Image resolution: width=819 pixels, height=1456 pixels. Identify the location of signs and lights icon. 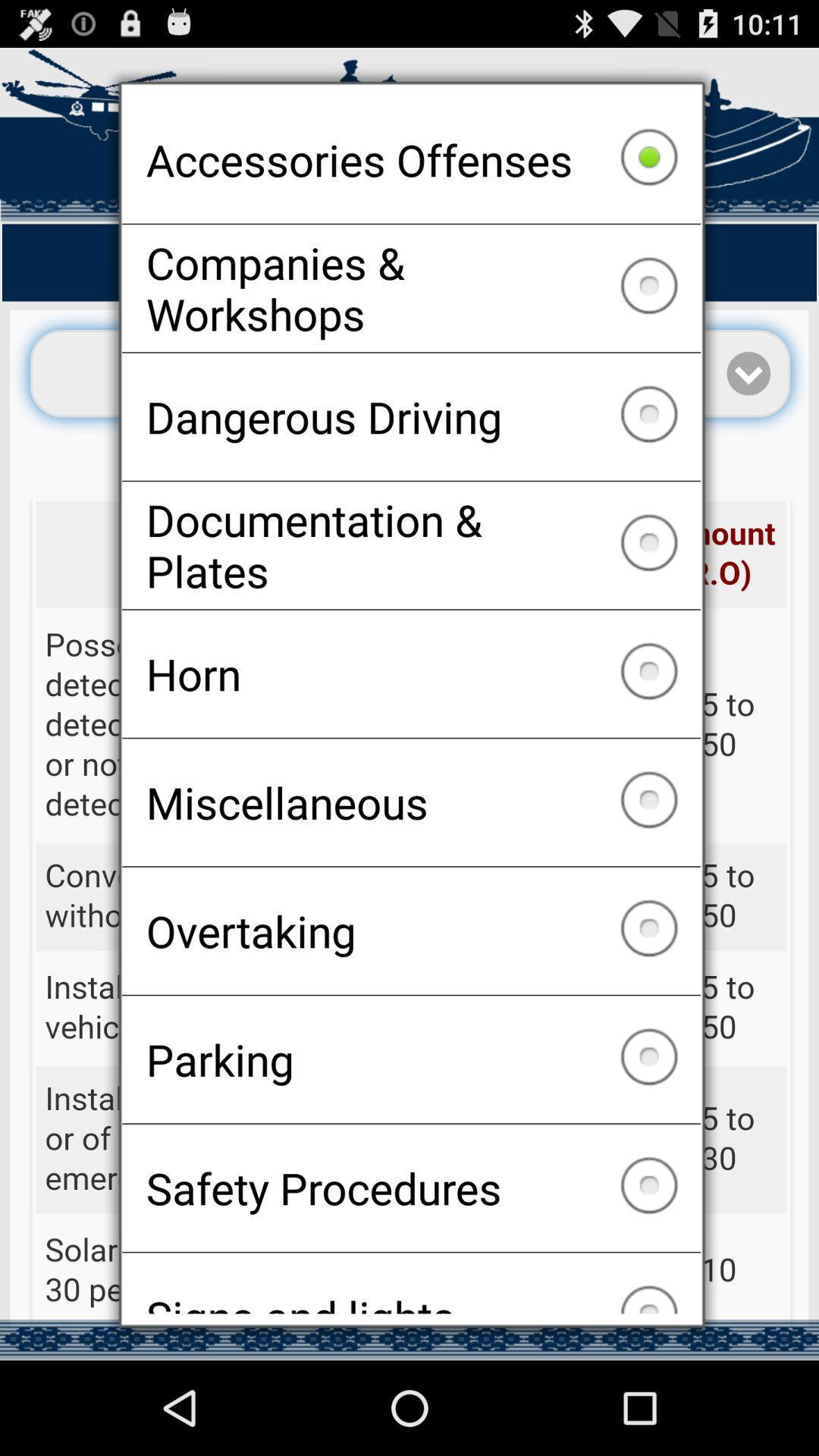
(411, 1282).